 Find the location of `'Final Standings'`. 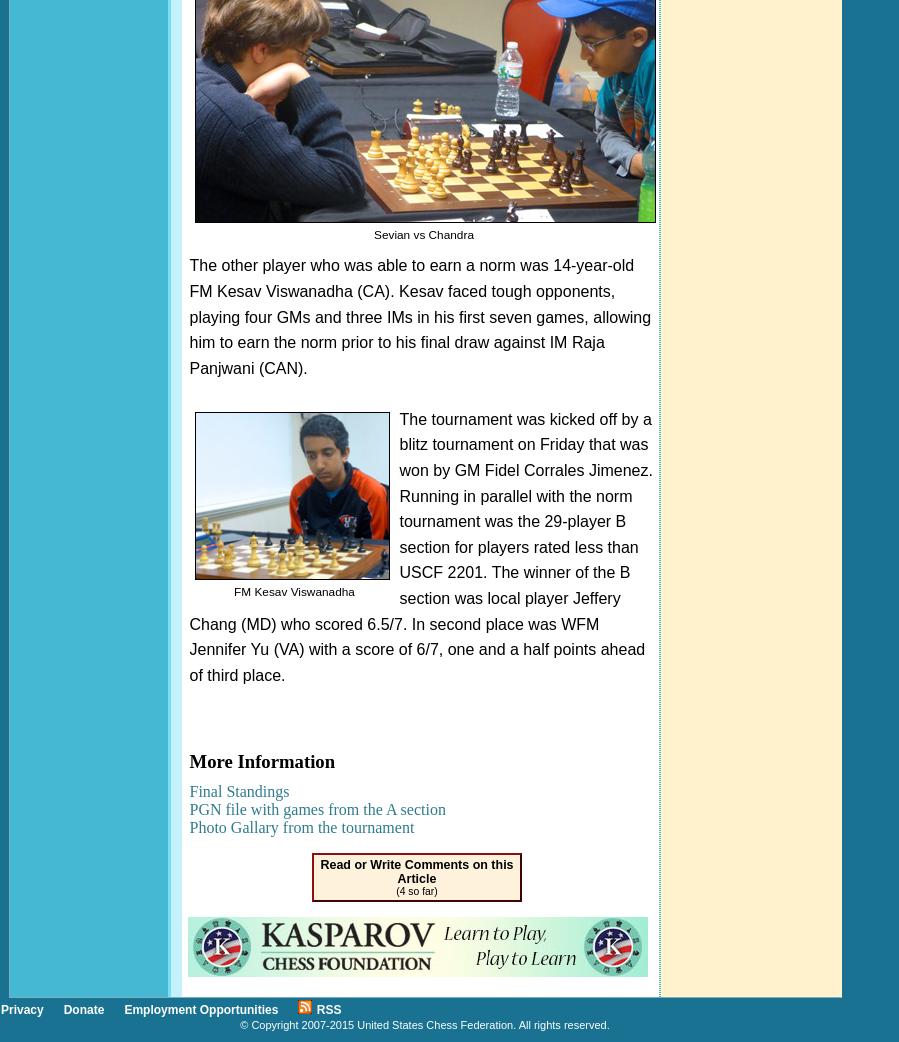

'Final Standings' is located at coordinates (239, 790).